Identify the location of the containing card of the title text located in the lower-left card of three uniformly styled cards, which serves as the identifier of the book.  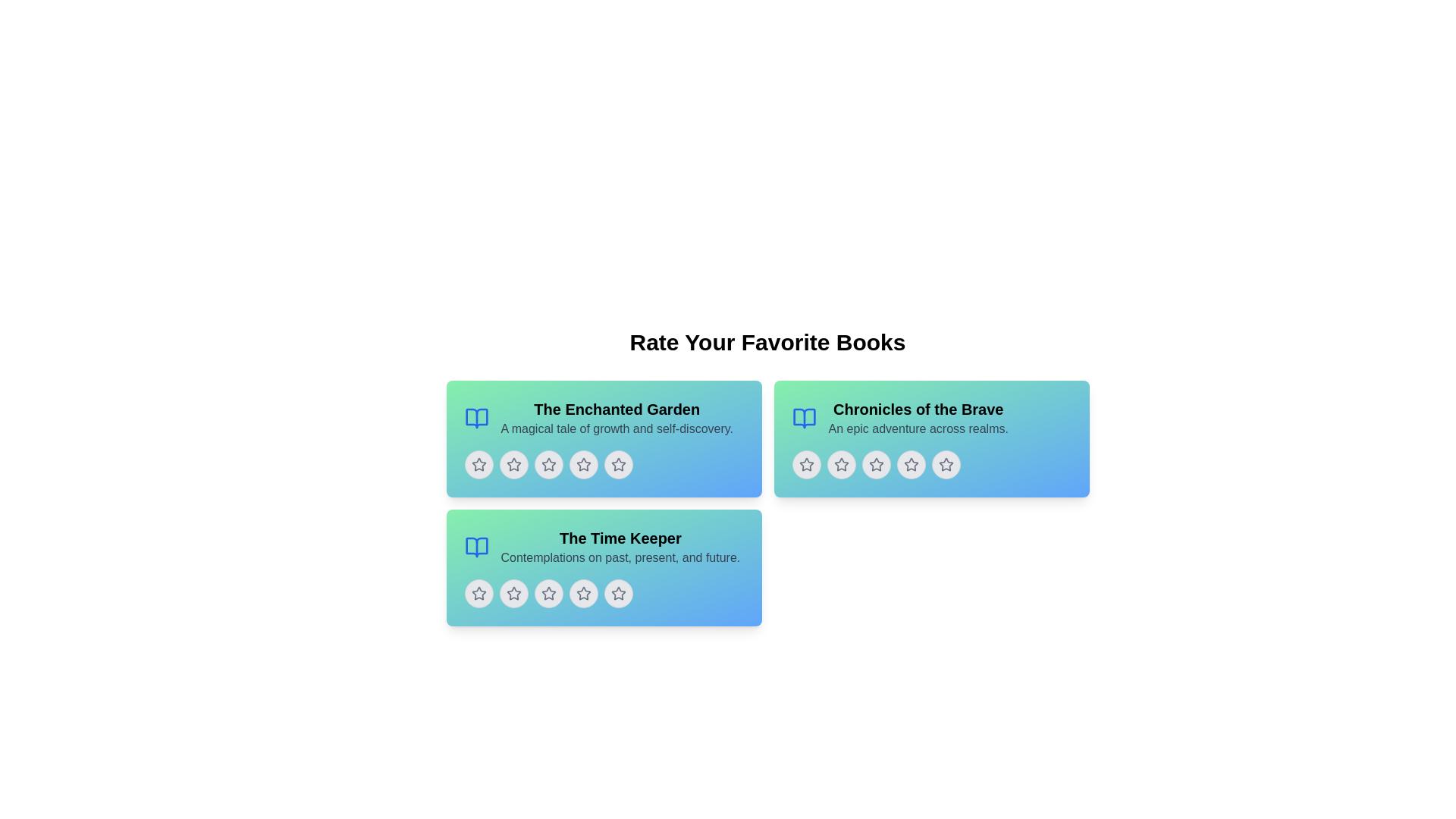
(620, 537).